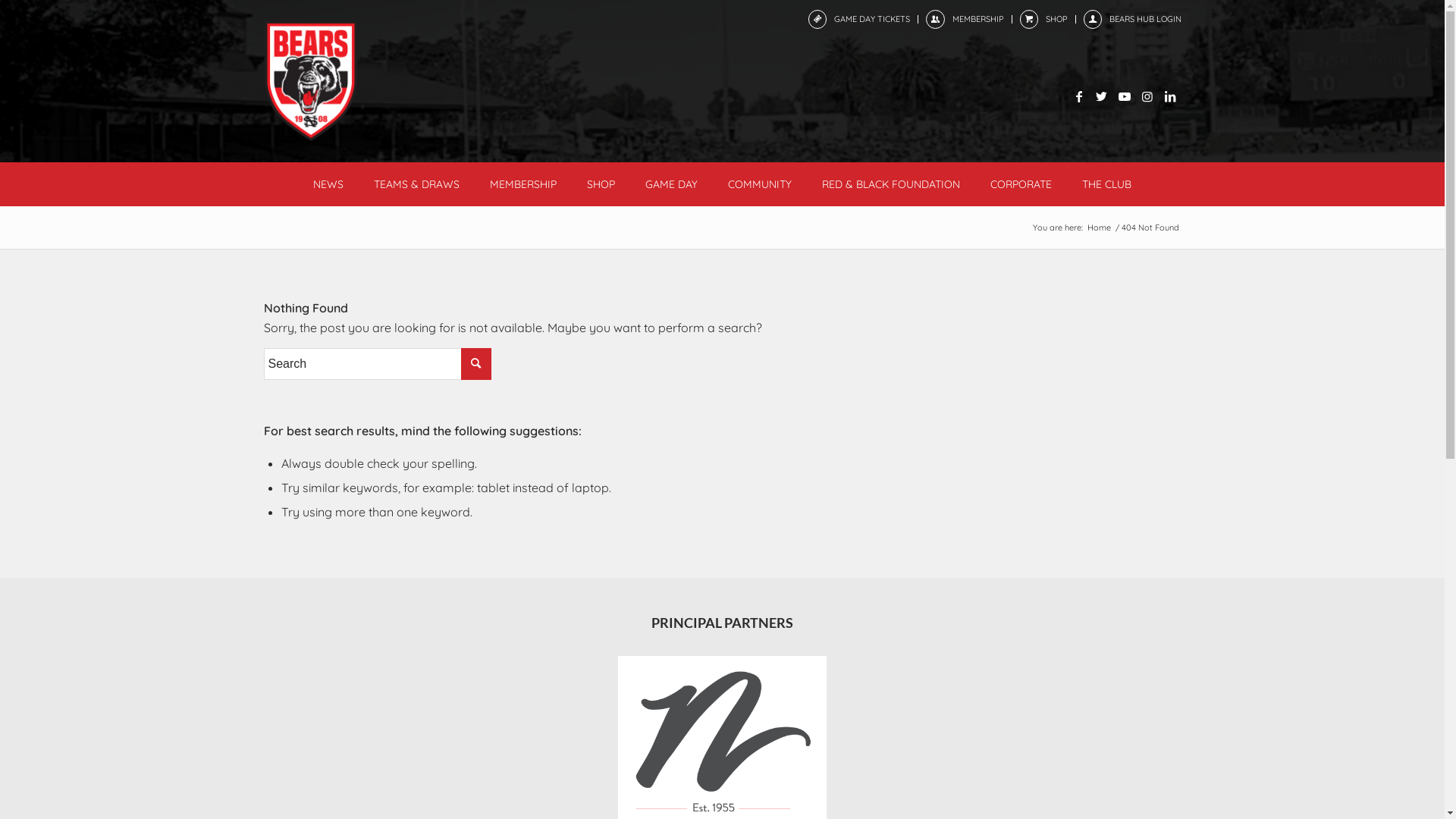 This screenshot has width=1456, height=819. What do you see at coordinates (309, 80) in the screenshot?
I see `'bears'` at bounding box center [309, 80].